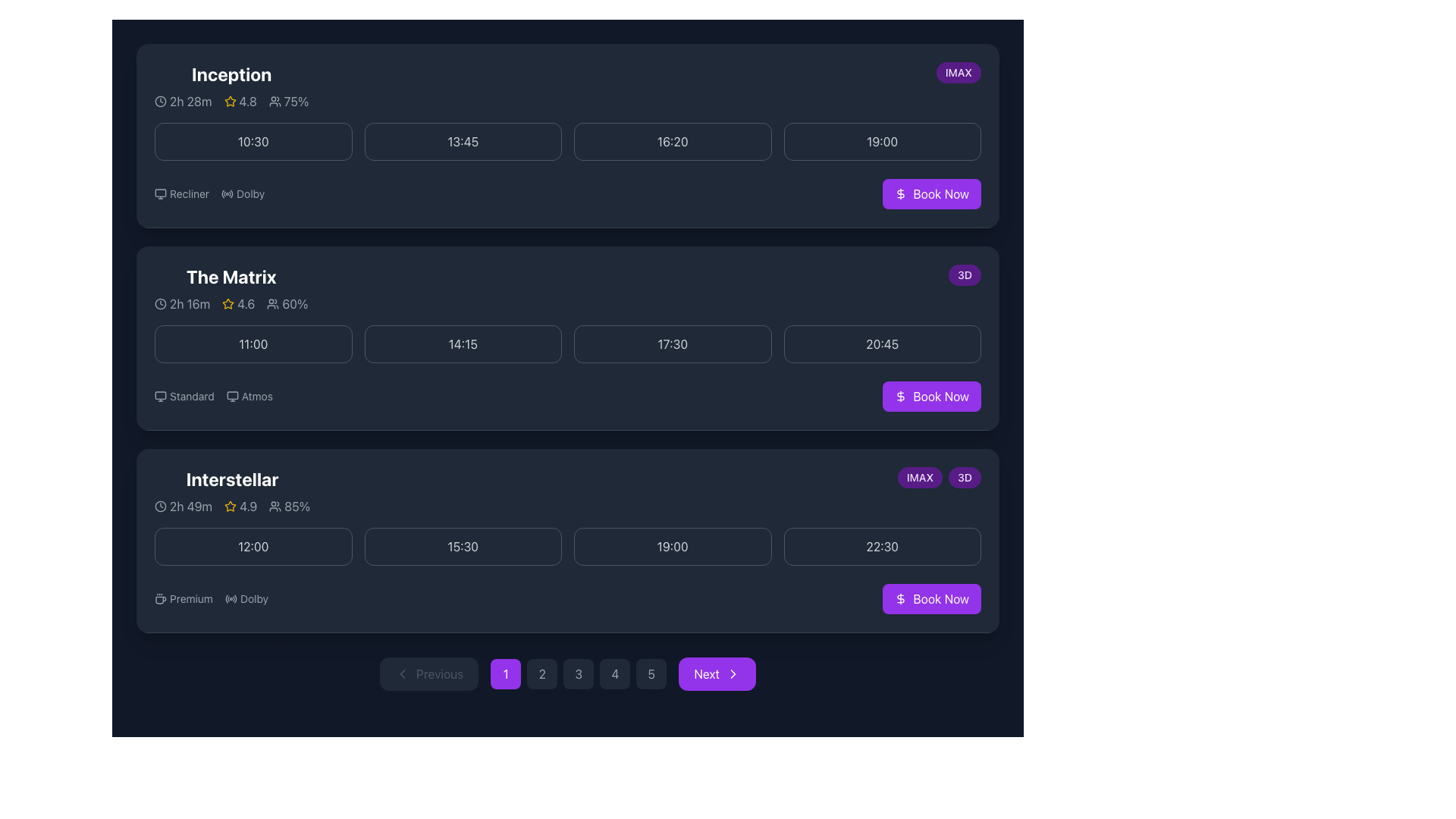 Image resolution: width=1456 pixels, height=819 pixels. Describe the element at coordinates (901, 396) in the screenshot. I see `the dollar sign icon with a purple background located to the left of the 'Book Now' text` at that location.